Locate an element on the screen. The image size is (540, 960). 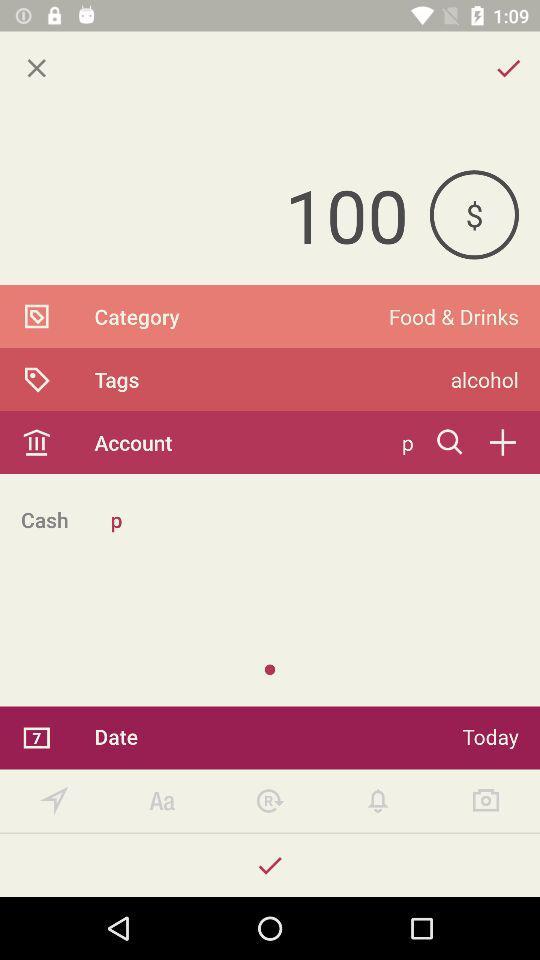
the app to the left of p is located at coordinates (44, 518).